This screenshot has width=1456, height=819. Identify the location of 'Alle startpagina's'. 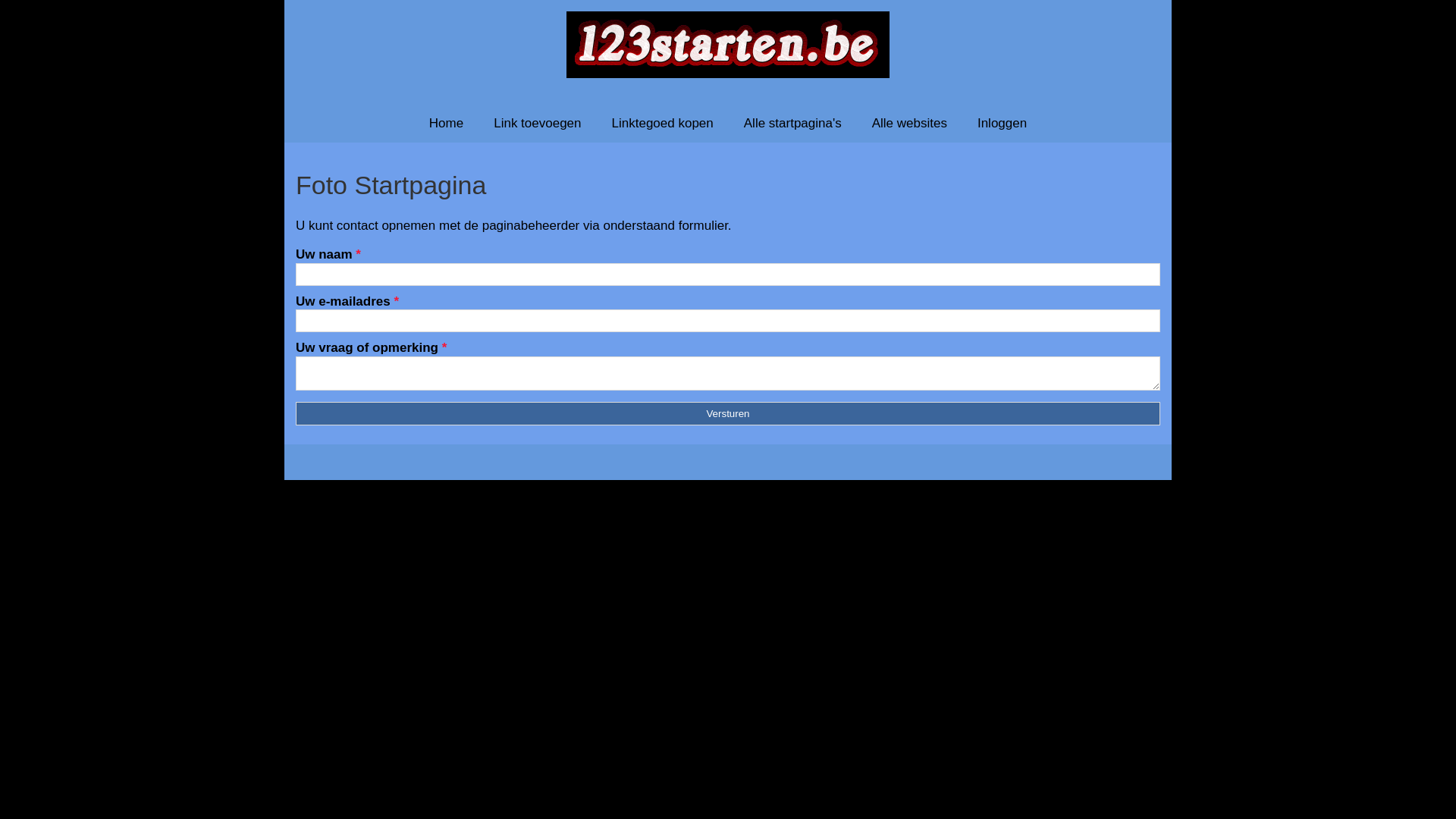
(728, 122).